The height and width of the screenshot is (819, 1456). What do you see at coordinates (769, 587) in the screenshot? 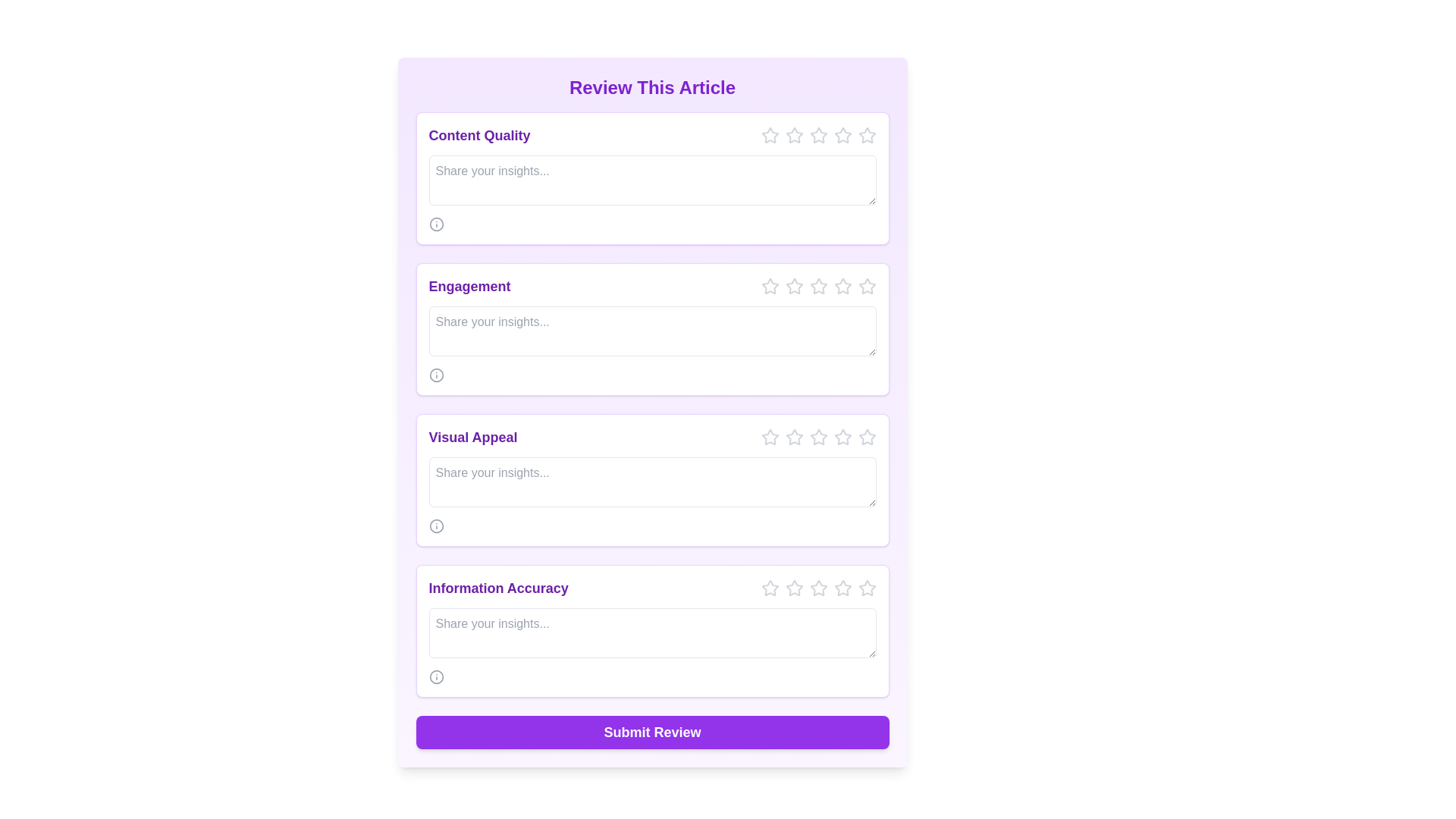
I see `the first star in the star rating row for the 'Information Accuracy' section` at bounding box center [769, 587].